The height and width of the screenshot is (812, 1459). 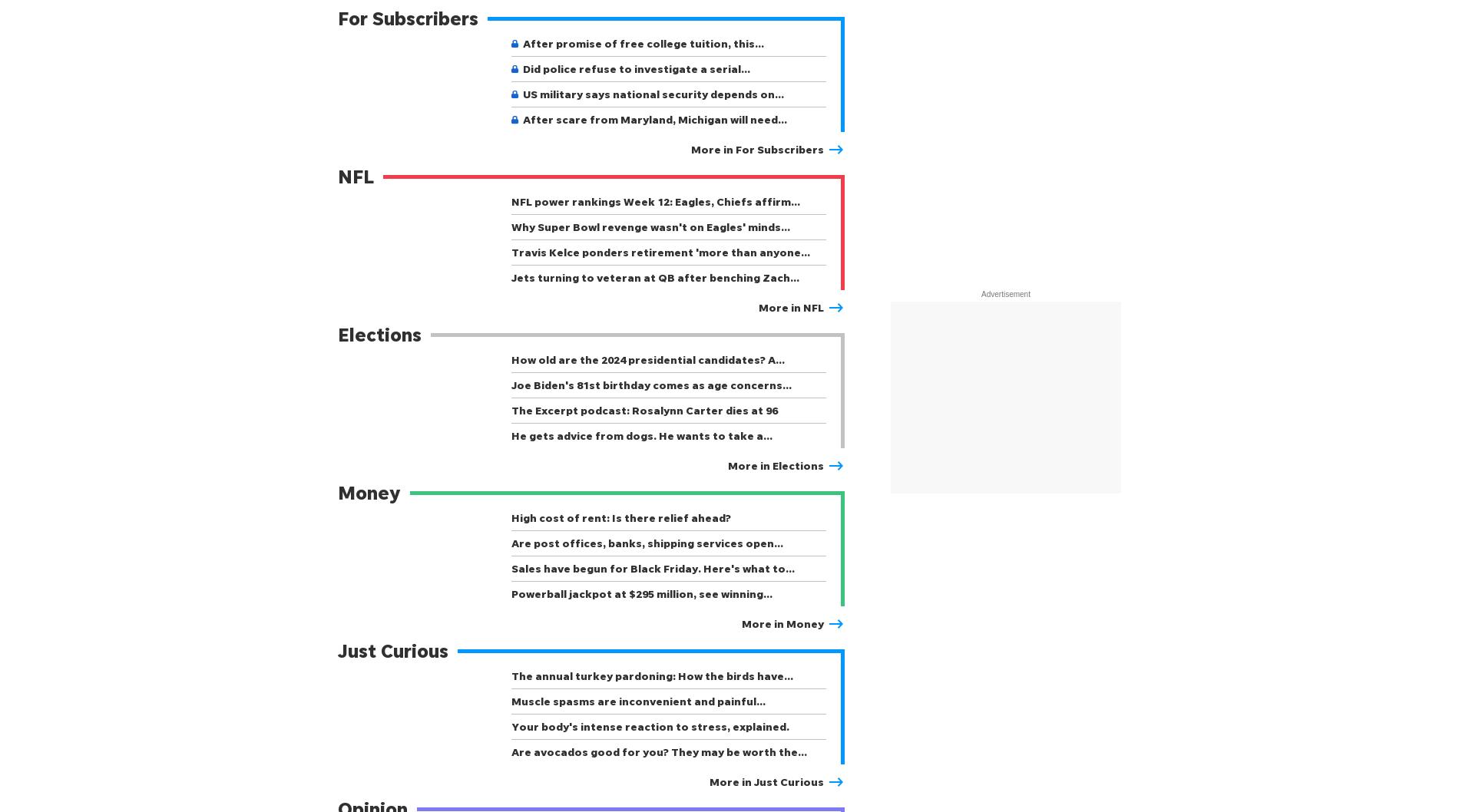 I want to click on 'Sales have begun for Black Friday. Here's what to…', so click(x=511, y=568).